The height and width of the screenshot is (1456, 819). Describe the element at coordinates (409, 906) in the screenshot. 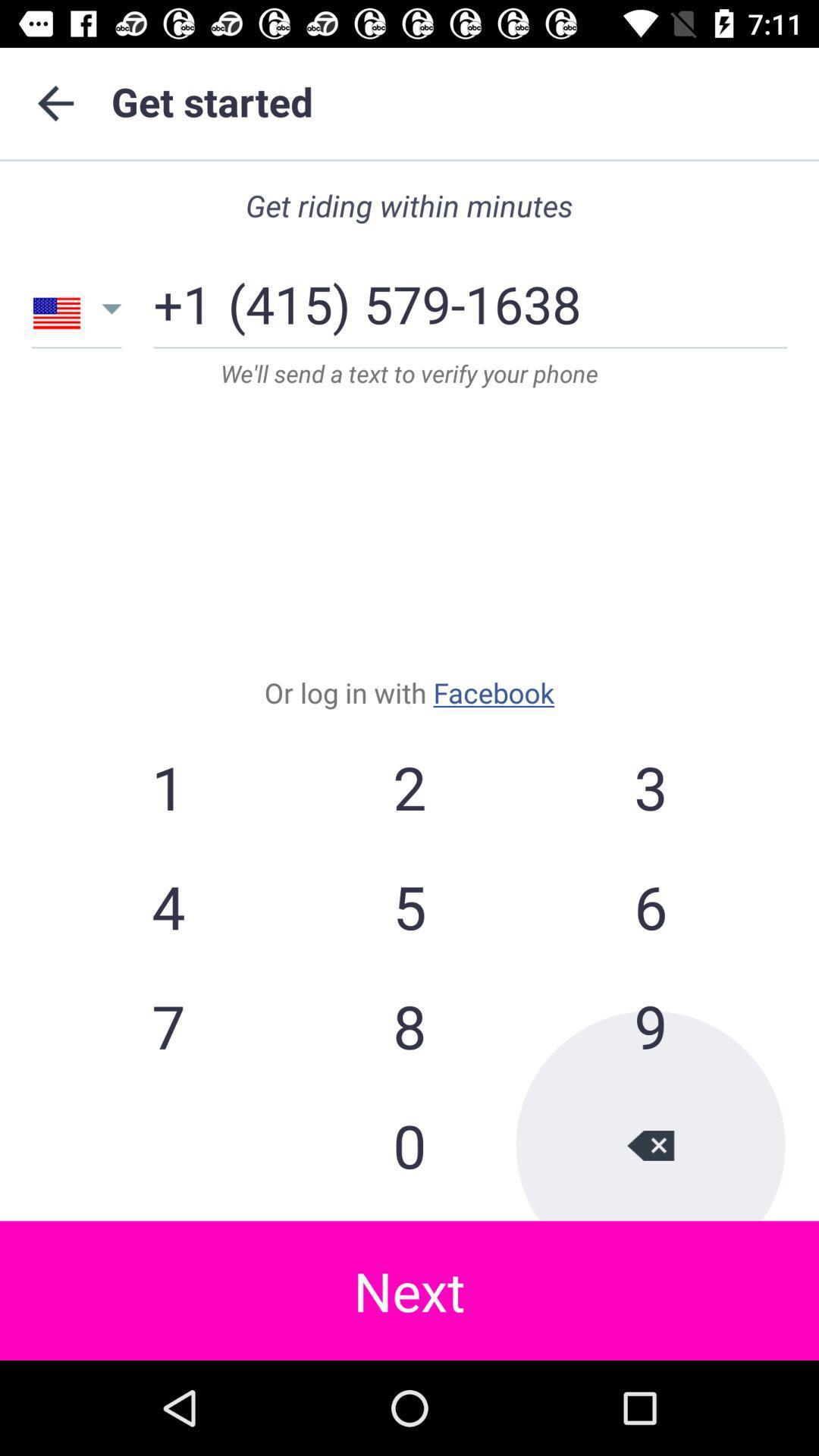

I see `the 5 icon` at that location.